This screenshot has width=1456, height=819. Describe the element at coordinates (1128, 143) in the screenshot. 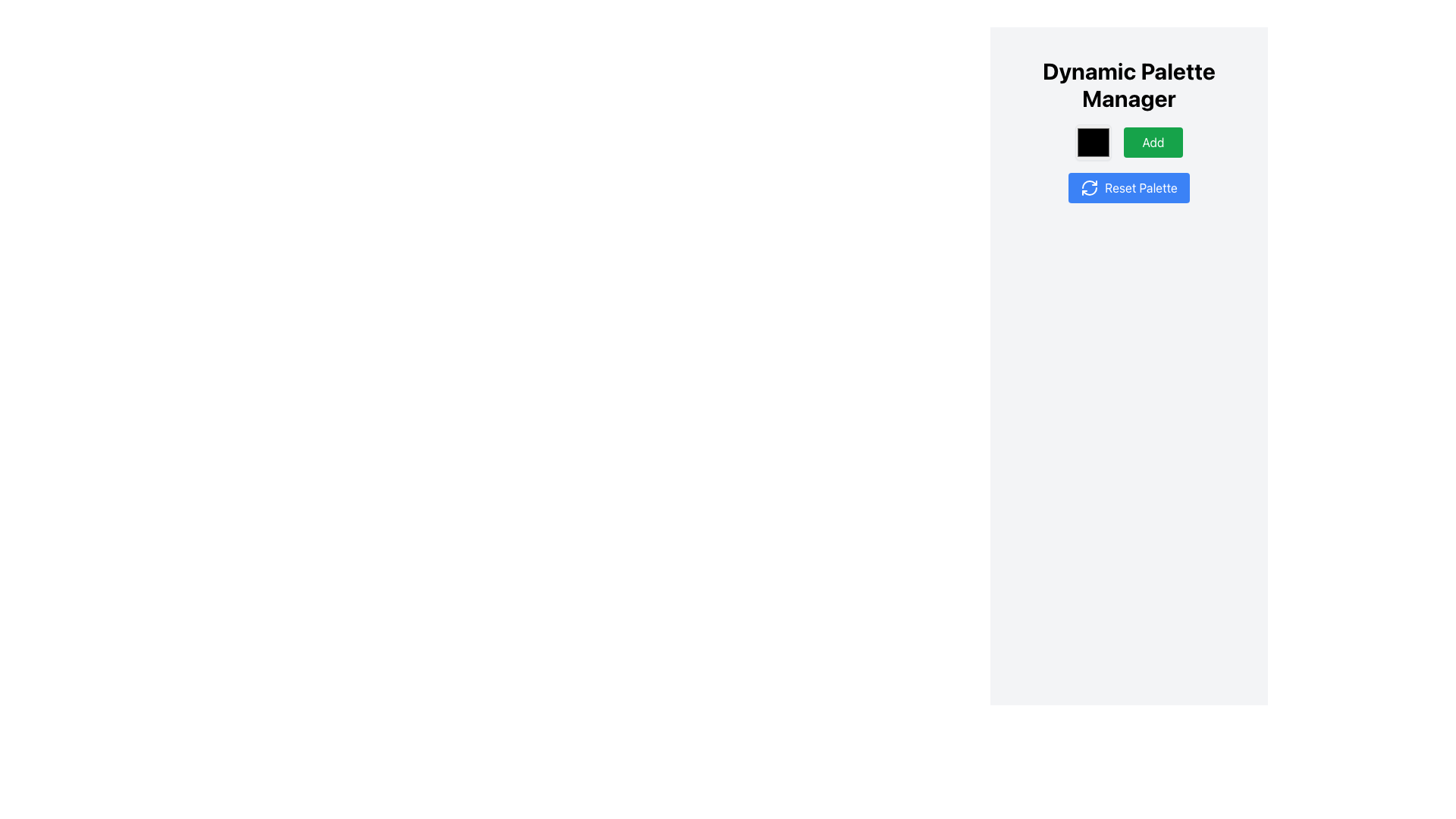

I see `the button for adding a new palette or color selection located under the 'Dynamic Palette Manager' heading` at that location.